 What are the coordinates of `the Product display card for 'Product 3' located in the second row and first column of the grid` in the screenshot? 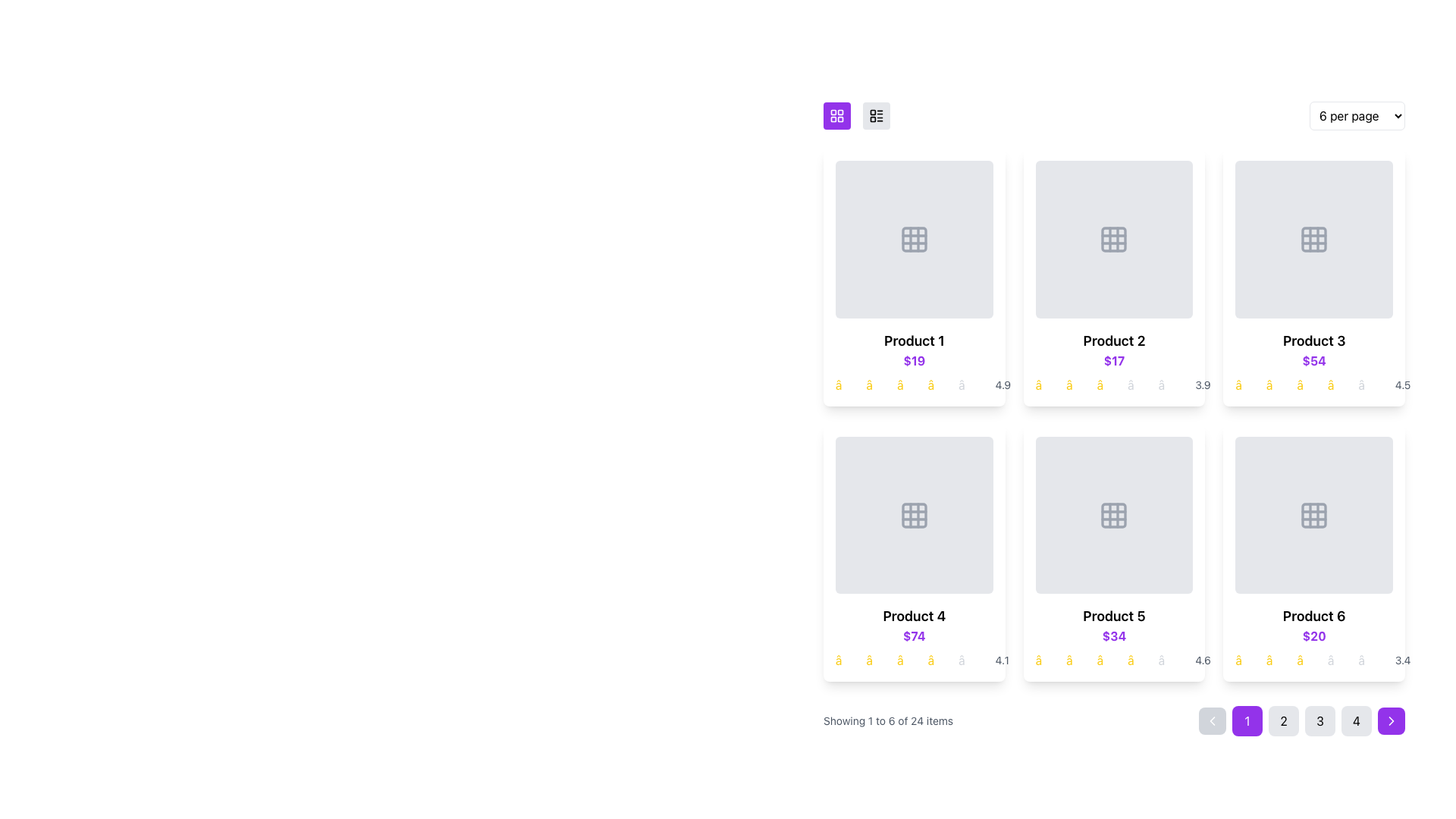 It's located at (1313, 362).